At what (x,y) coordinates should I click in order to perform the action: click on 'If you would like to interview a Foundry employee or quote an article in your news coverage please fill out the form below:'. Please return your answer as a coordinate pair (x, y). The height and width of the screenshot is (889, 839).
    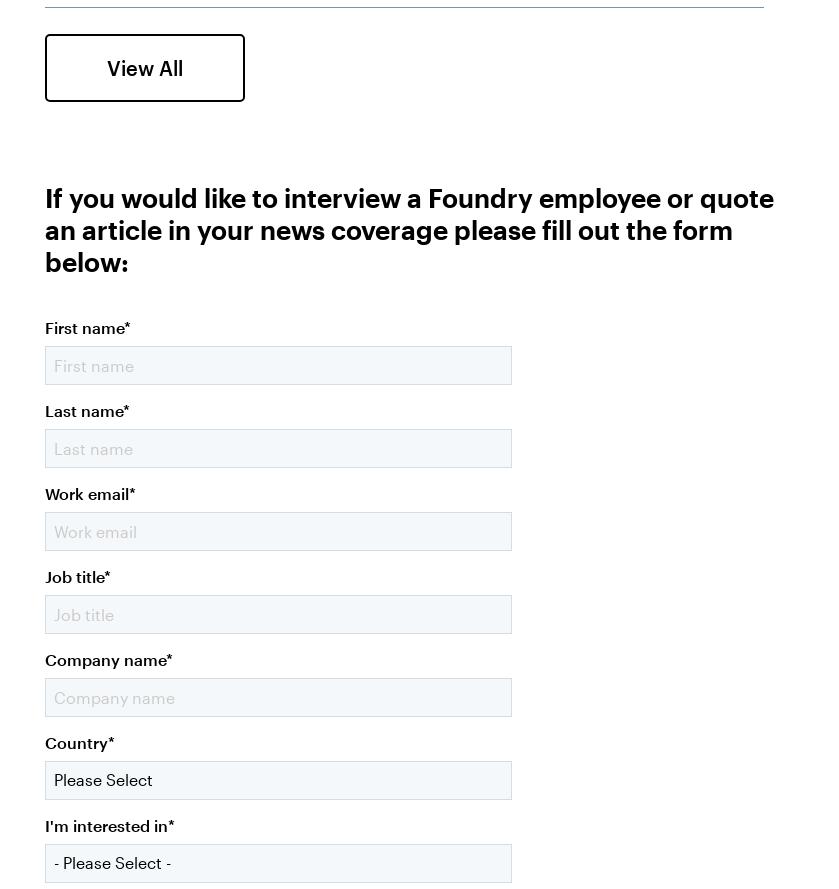
    Looking at the image, I should click on (409, 227).